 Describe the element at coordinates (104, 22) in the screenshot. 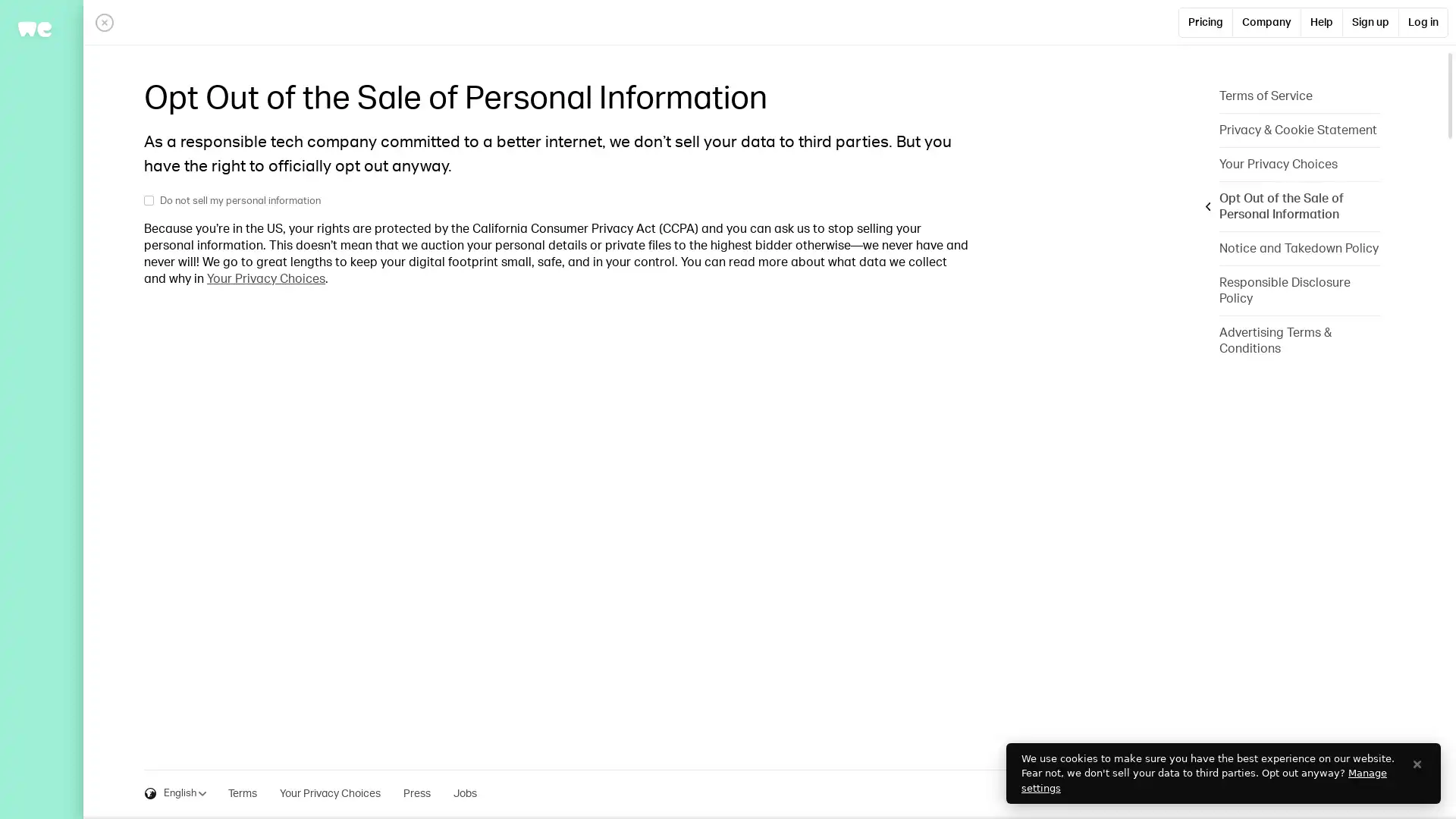

I see `Close panel` at that location.